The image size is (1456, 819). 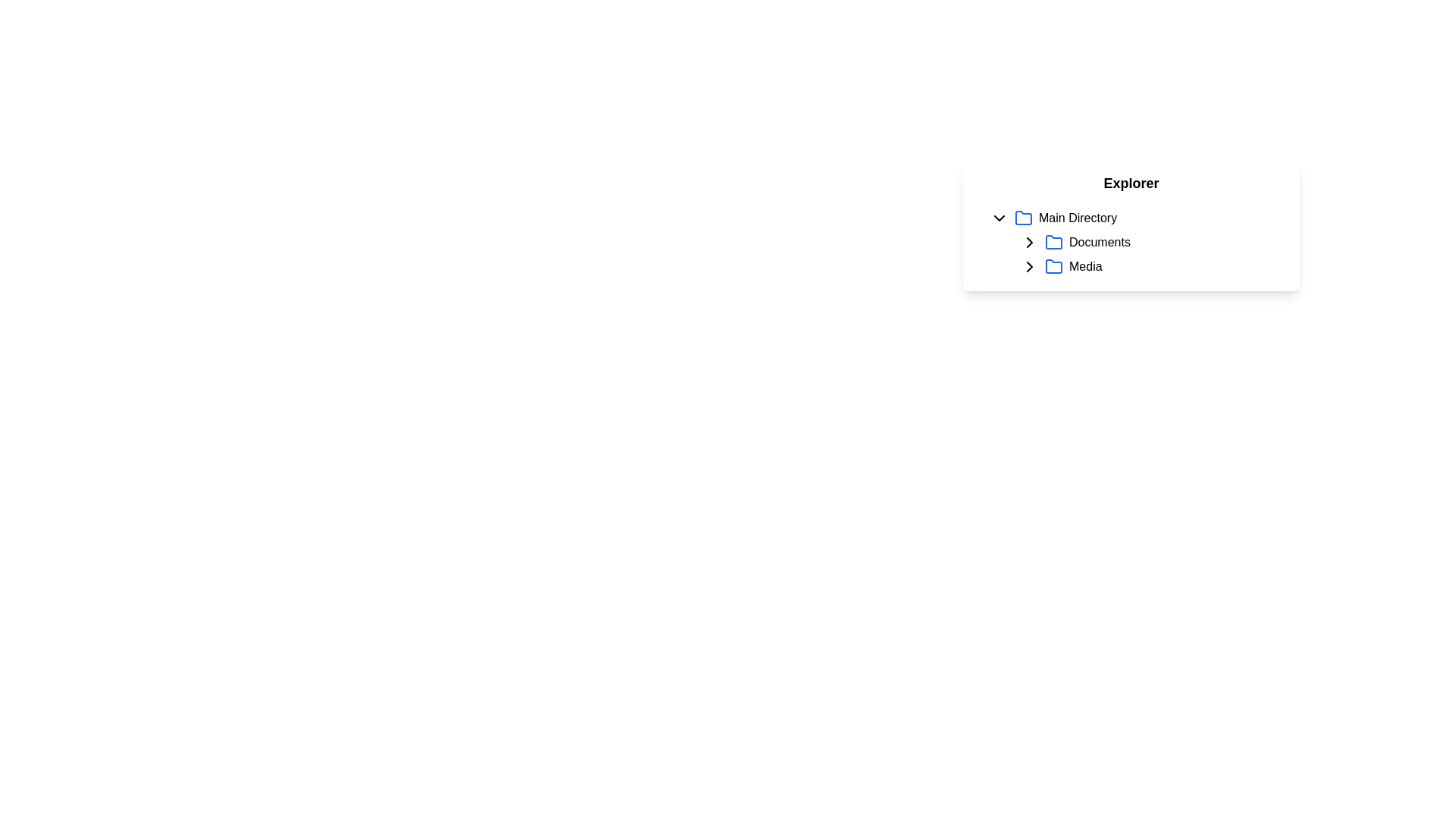 I want to click on the 'Main Directory' folder icon in the 'Explorer' list, which is the first folder icon preceding the 'Documents' and 'Media' icons, so click(x=1023, y=218).